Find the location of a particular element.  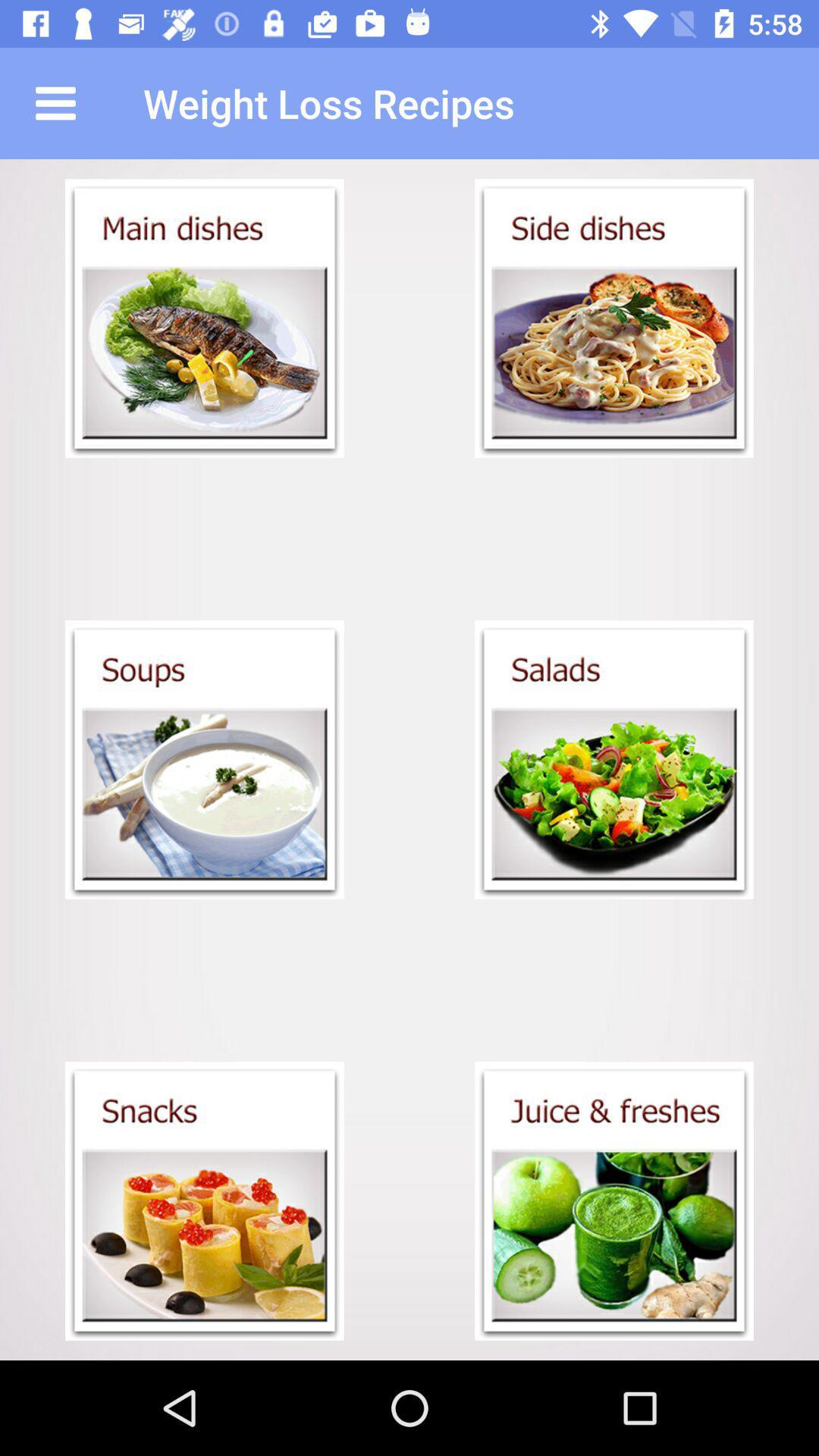

the icon next to weight loss recipes app is located at coordinates (55, 102).